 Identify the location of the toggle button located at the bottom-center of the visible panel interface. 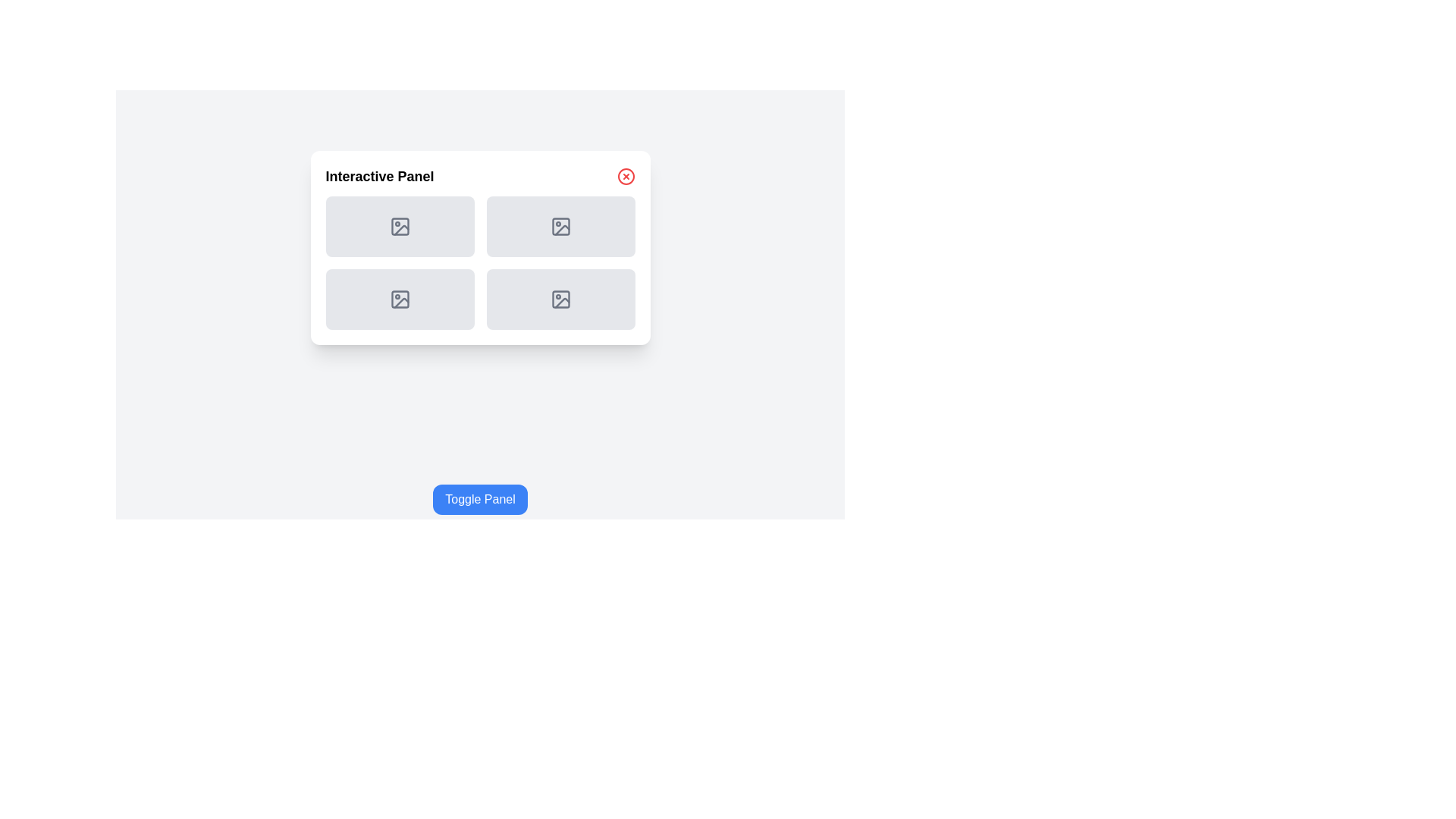
(479, 500).